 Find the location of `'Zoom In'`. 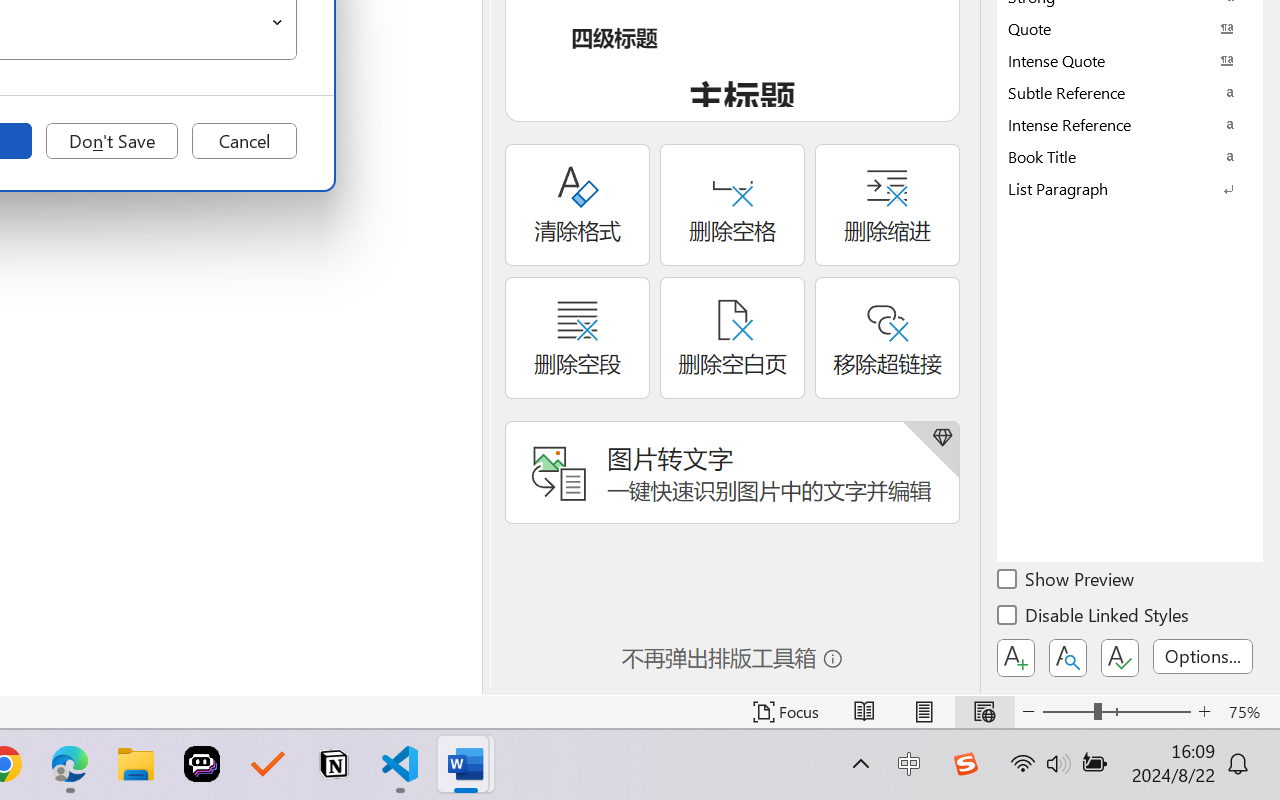

'Zoom In' is located at coordinates (1204, 711).